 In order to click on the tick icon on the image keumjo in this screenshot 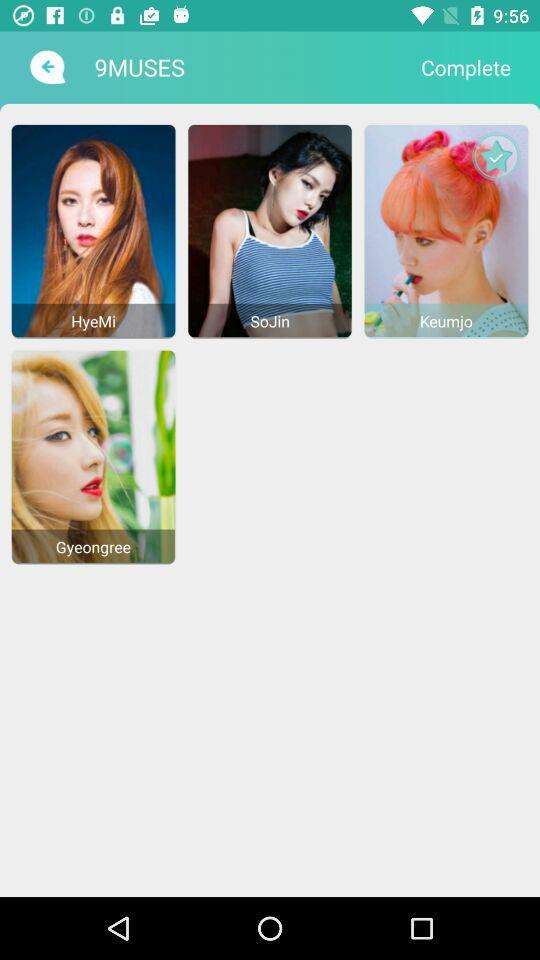, I will do `click(495, 155)`.